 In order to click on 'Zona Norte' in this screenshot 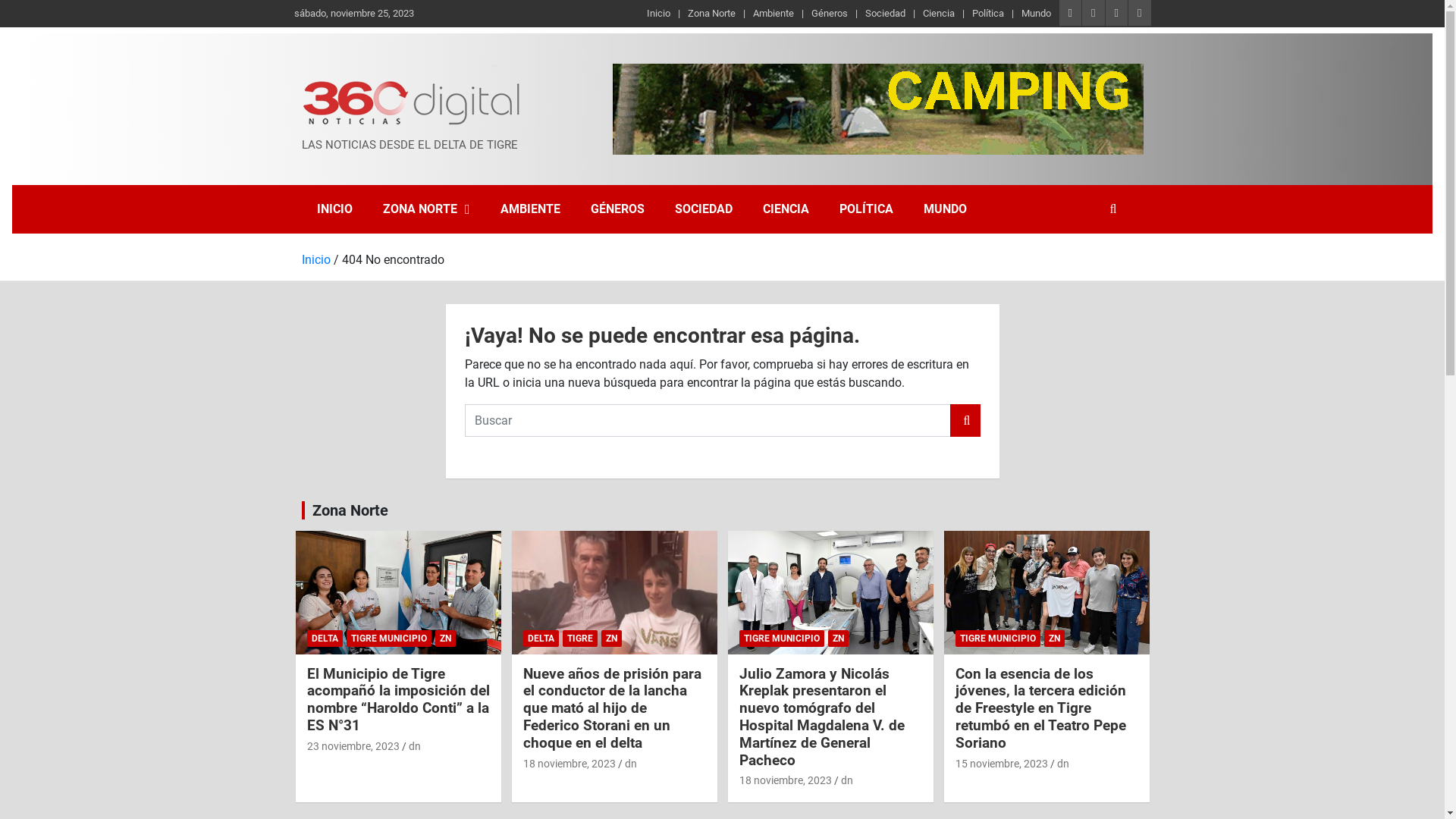, I will do `click(349, 510)`.